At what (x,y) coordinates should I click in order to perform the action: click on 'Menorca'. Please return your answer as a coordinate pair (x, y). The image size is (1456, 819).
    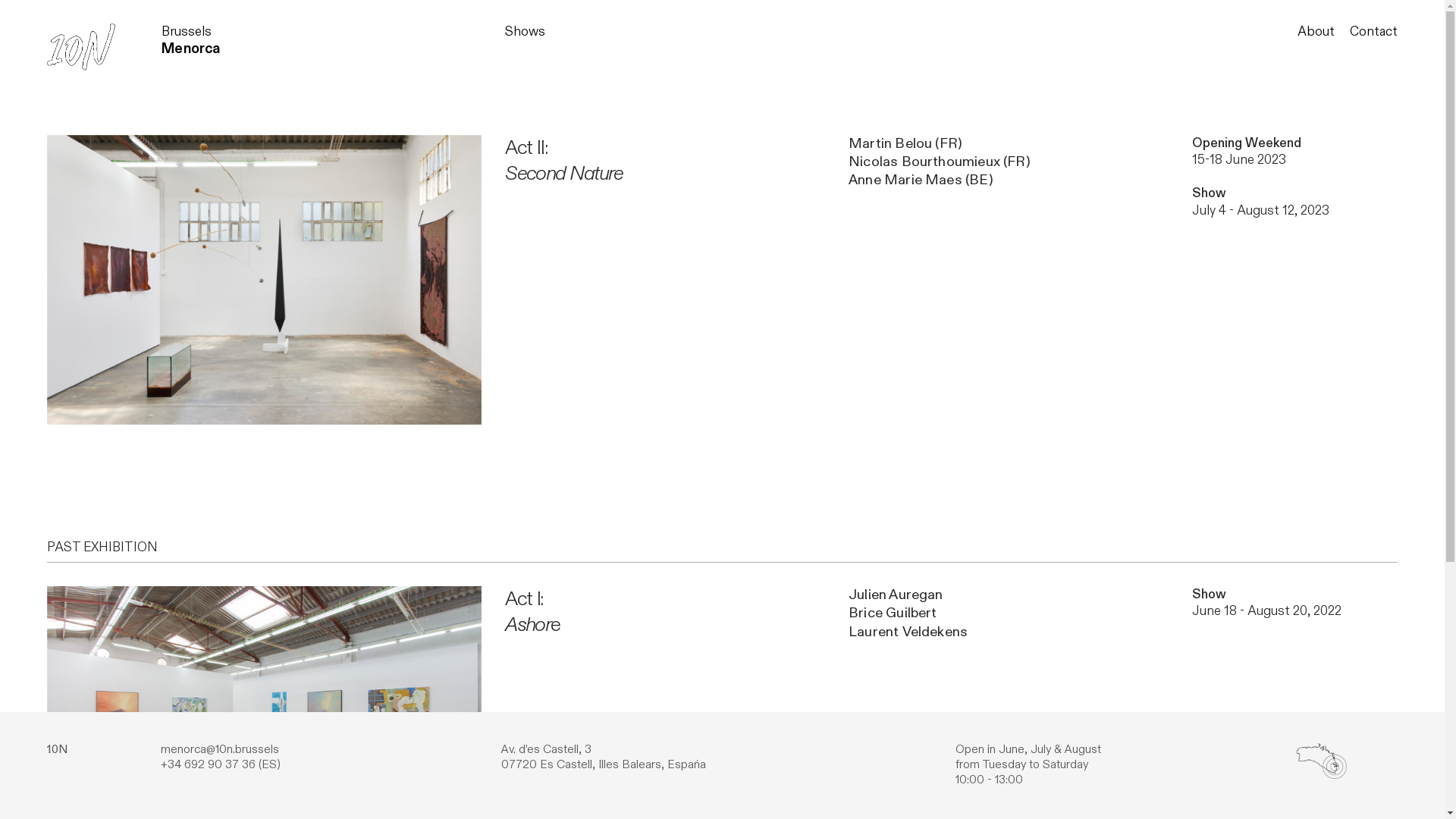
    Looking at the image, I should click on (190, 48).